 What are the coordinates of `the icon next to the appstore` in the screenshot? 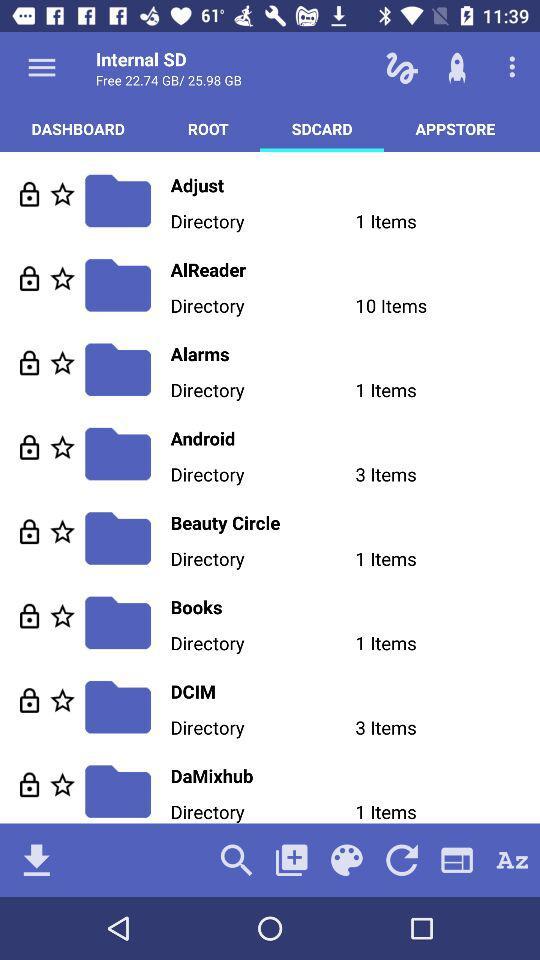 It's located at (322, 127).